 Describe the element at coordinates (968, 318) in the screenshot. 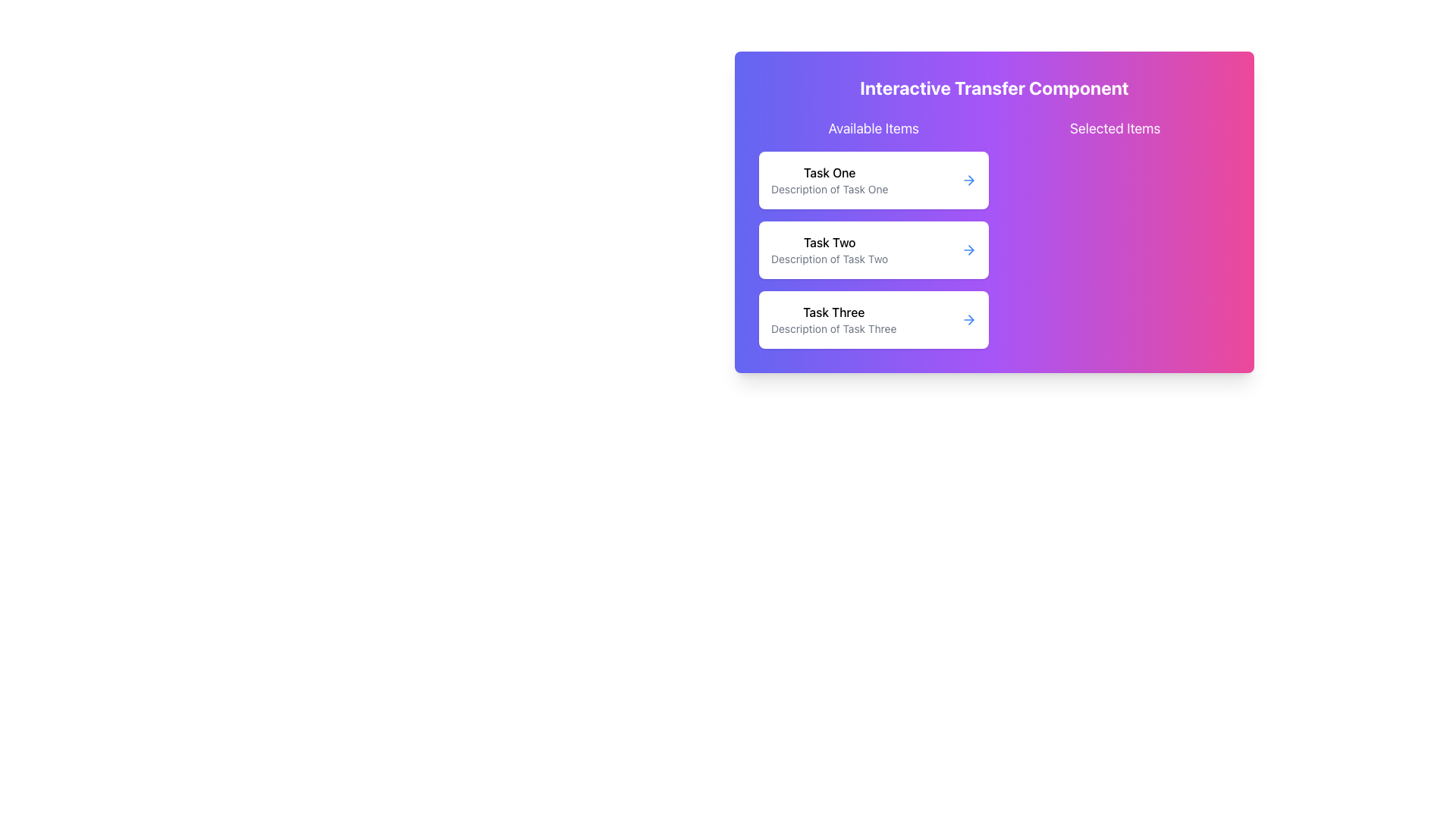

I see `the icon associated with the third task item labeled 'Task Three' in the 'Available Items' column of the interactive transfer component` at that location.